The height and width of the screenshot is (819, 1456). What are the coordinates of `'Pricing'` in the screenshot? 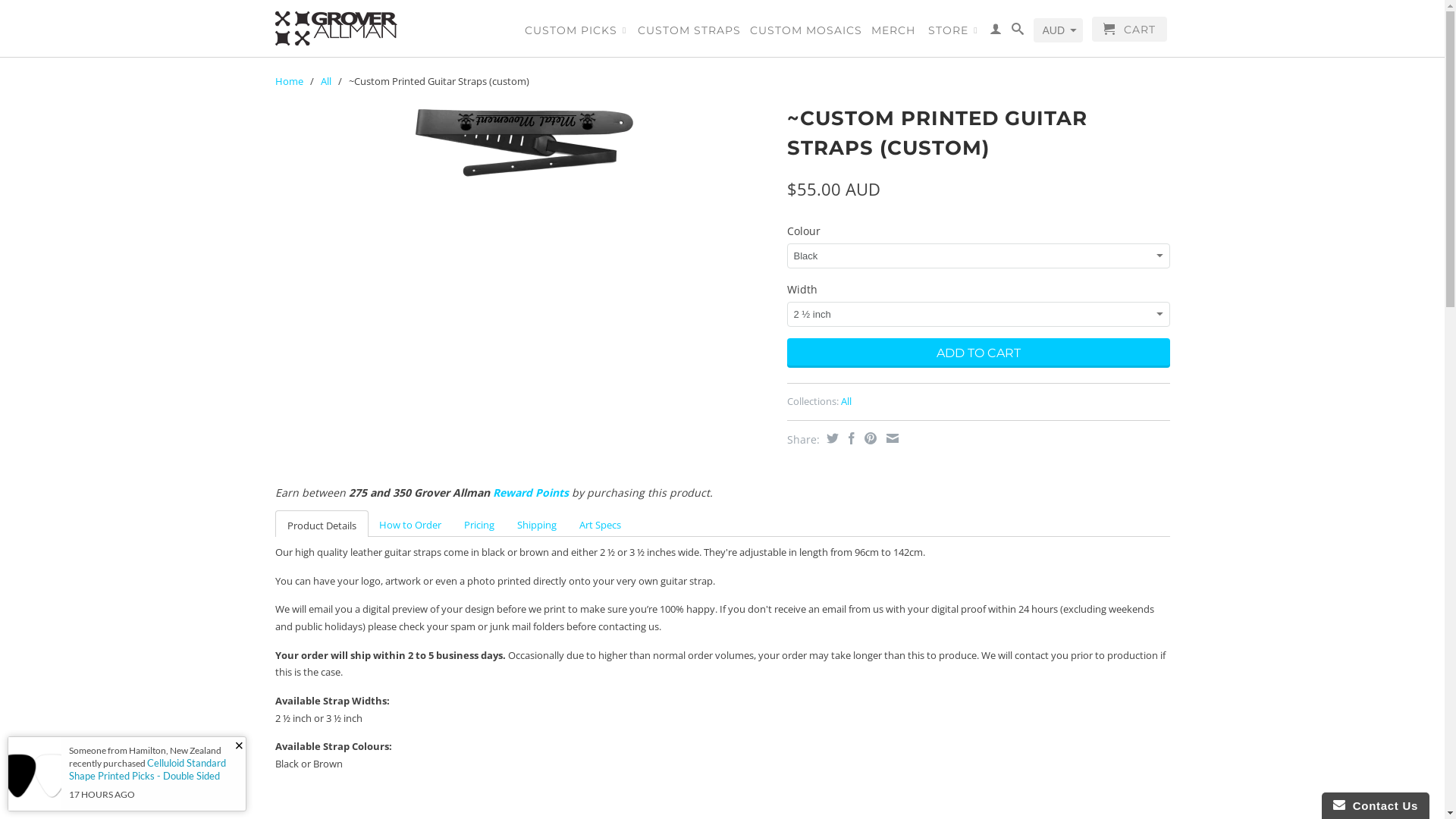 It's located at (477, 523).